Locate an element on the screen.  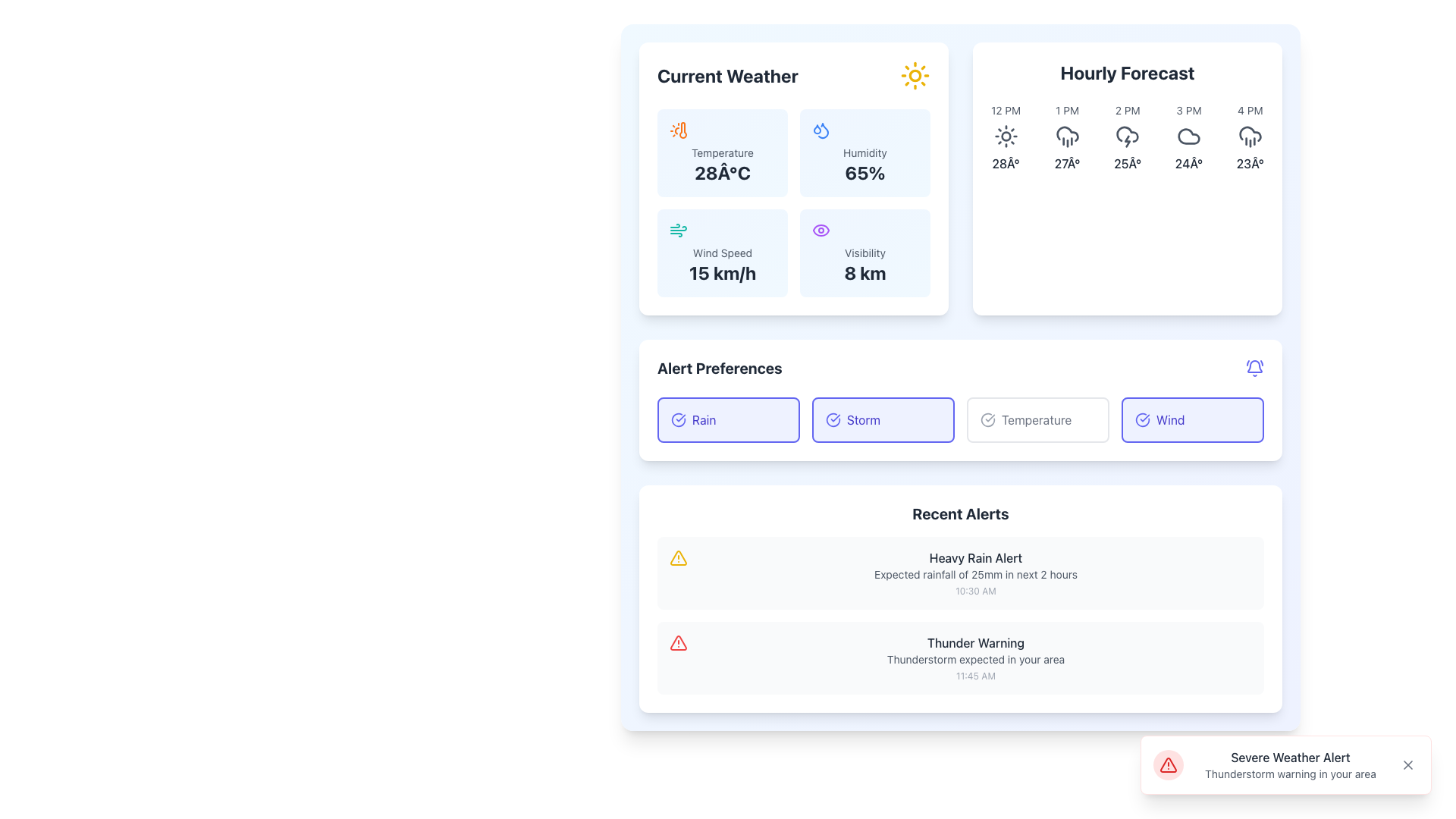
the 'Wind' alert preference icon located on the left side of the text label within the 'Wind' preference button in the 'Alert Preferences' section is located at coordinates (1143, 420).